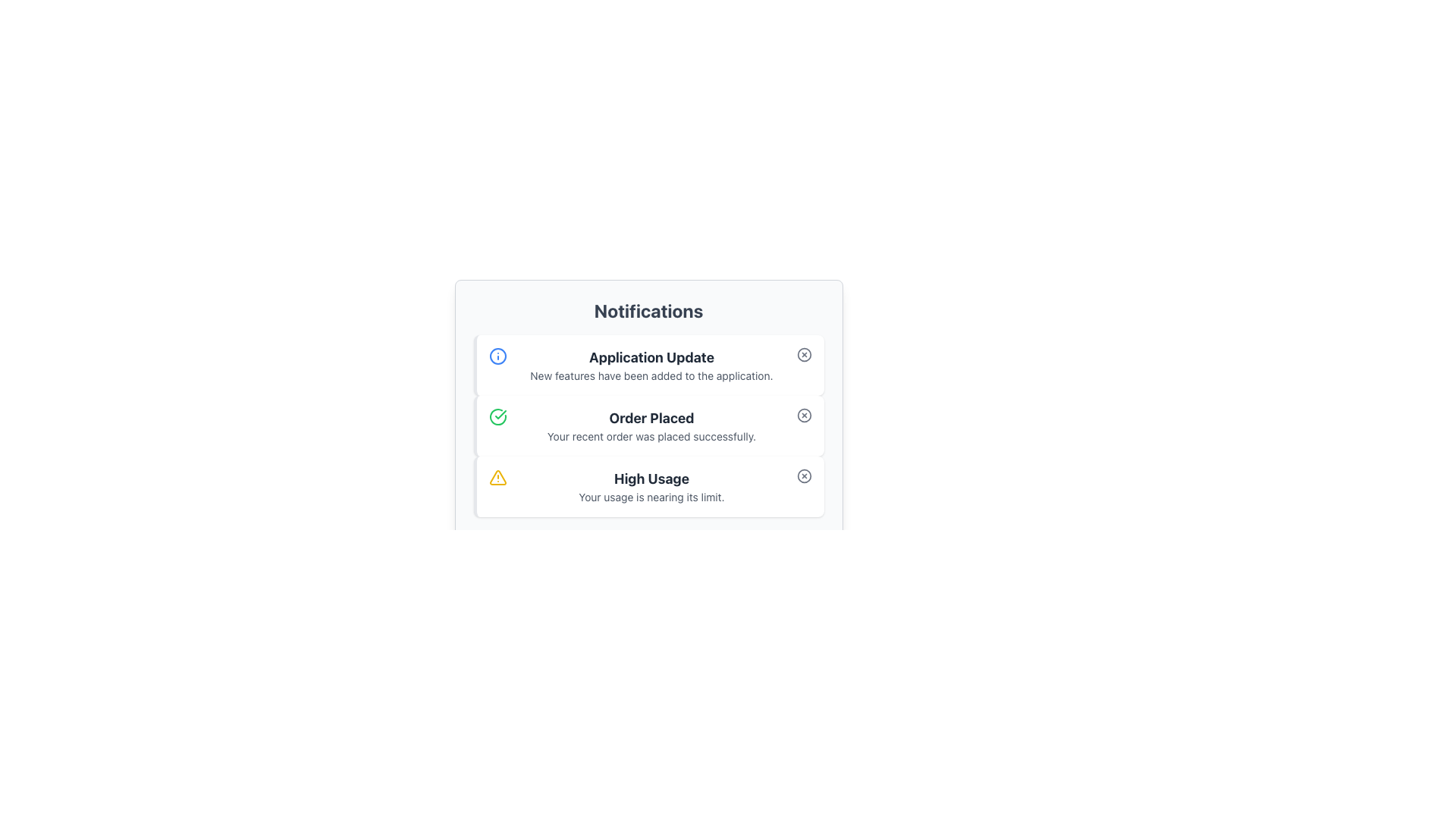 The height and width of the screenshot is (819, 1456). Describe the element at coordinates (651, 375) in the screenshot. I see `the Text Label that provides details about the 'Application Update' notification, located directly underneath the 'Application Update' title within a notification card` at that location.